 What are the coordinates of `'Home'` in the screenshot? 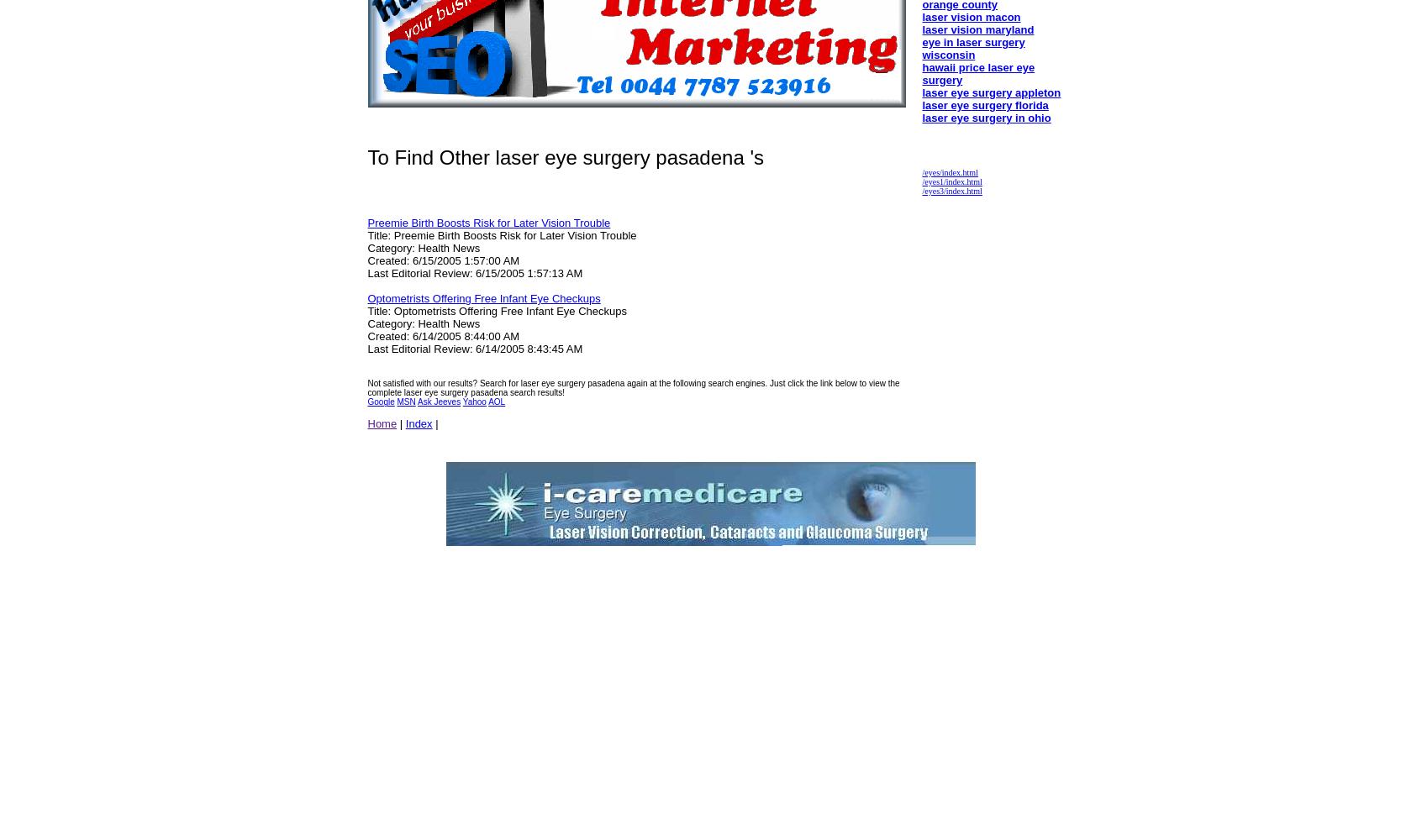 It's located at (366, 423).